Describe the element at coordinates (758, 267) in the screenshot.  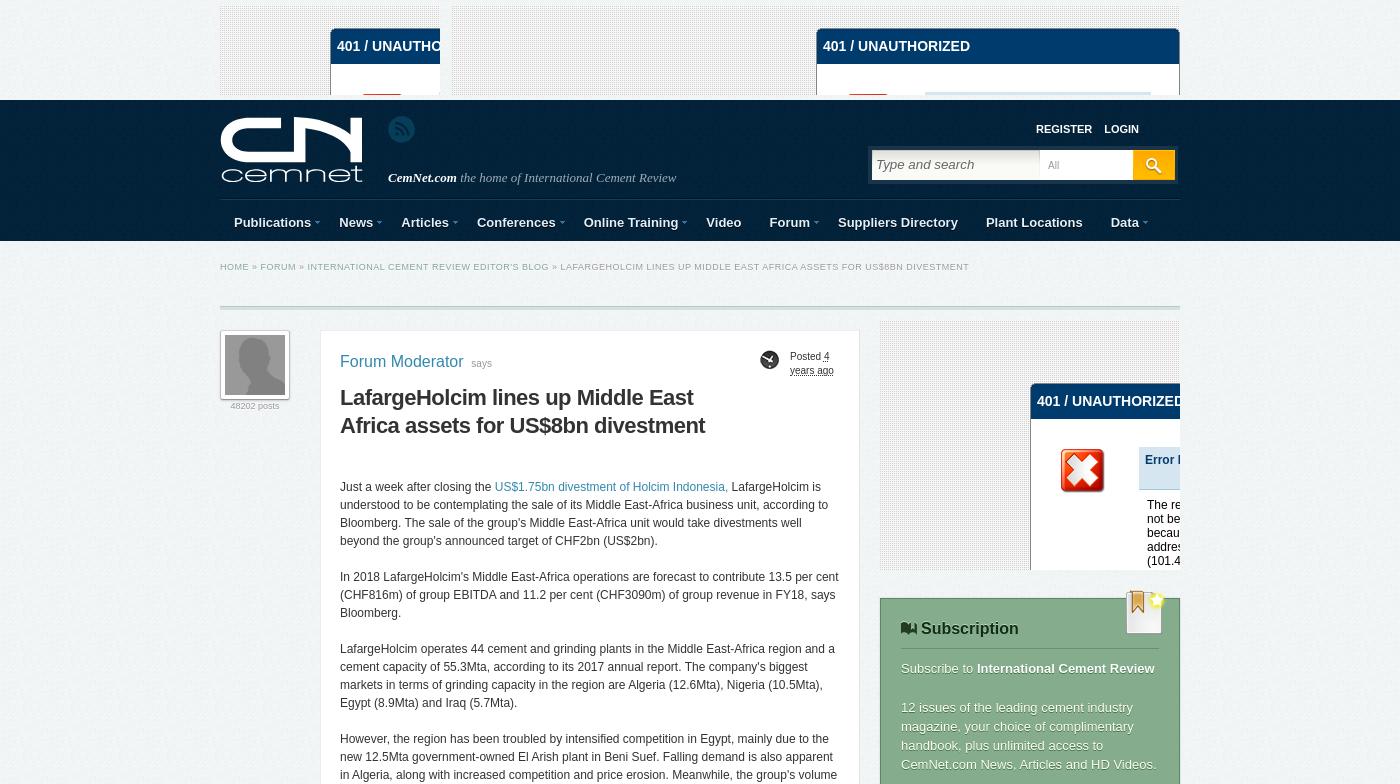
I see `'»
    LafargeHolcim lines up Middle East Africa assets for US$8bn divestment'` at that location.